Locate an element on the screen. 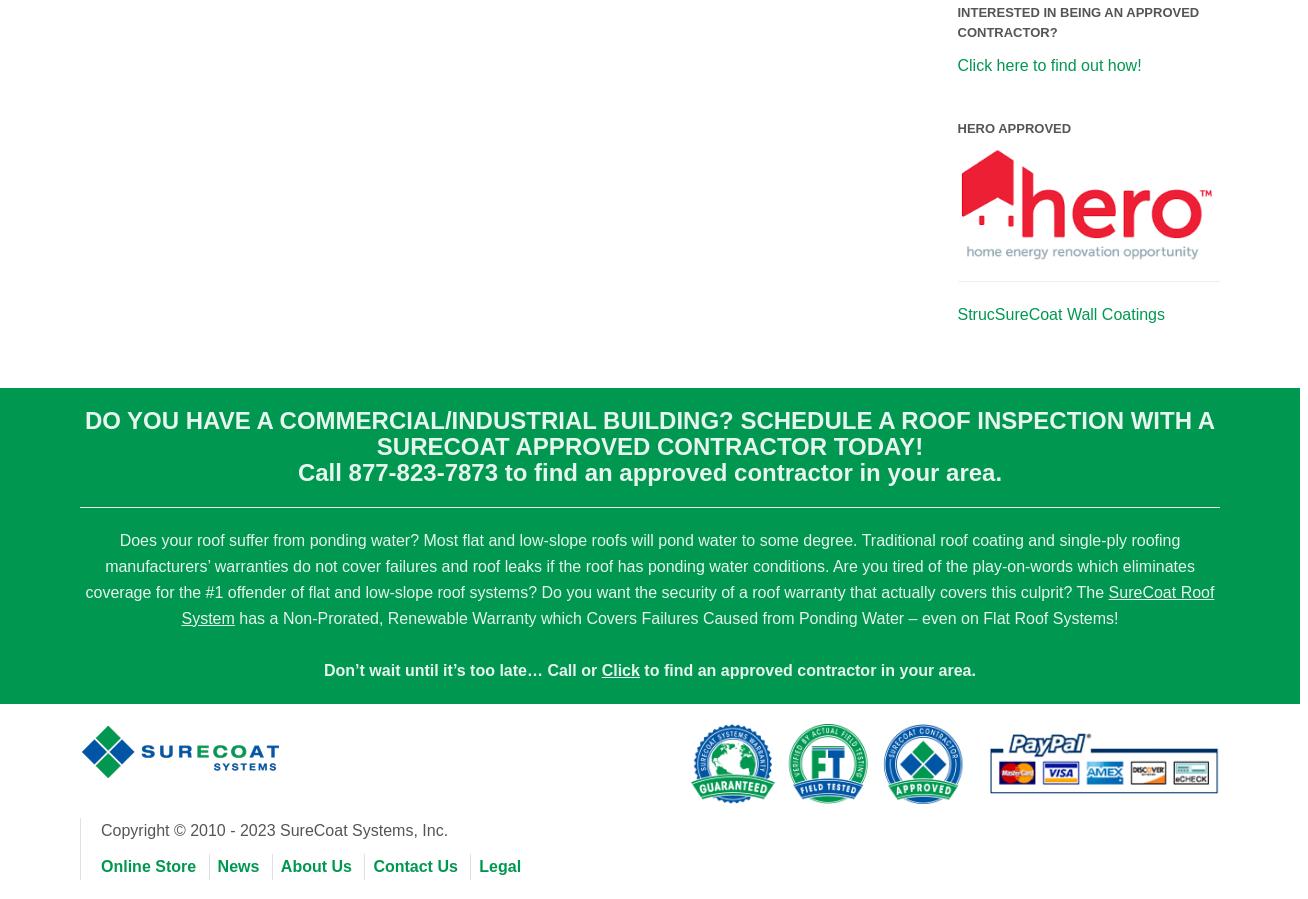 Image resolution: width=1308 pixels, height=899 pixels. 'DO YOU HAVE A COMMERCIAL/INDUSTRIAL BUILDING? SCHEDULE A ROOF INSPECTION WITH A SURECOAT APPROVED CONTRACTOR TODAY!' is located at coordinates (648, 431).